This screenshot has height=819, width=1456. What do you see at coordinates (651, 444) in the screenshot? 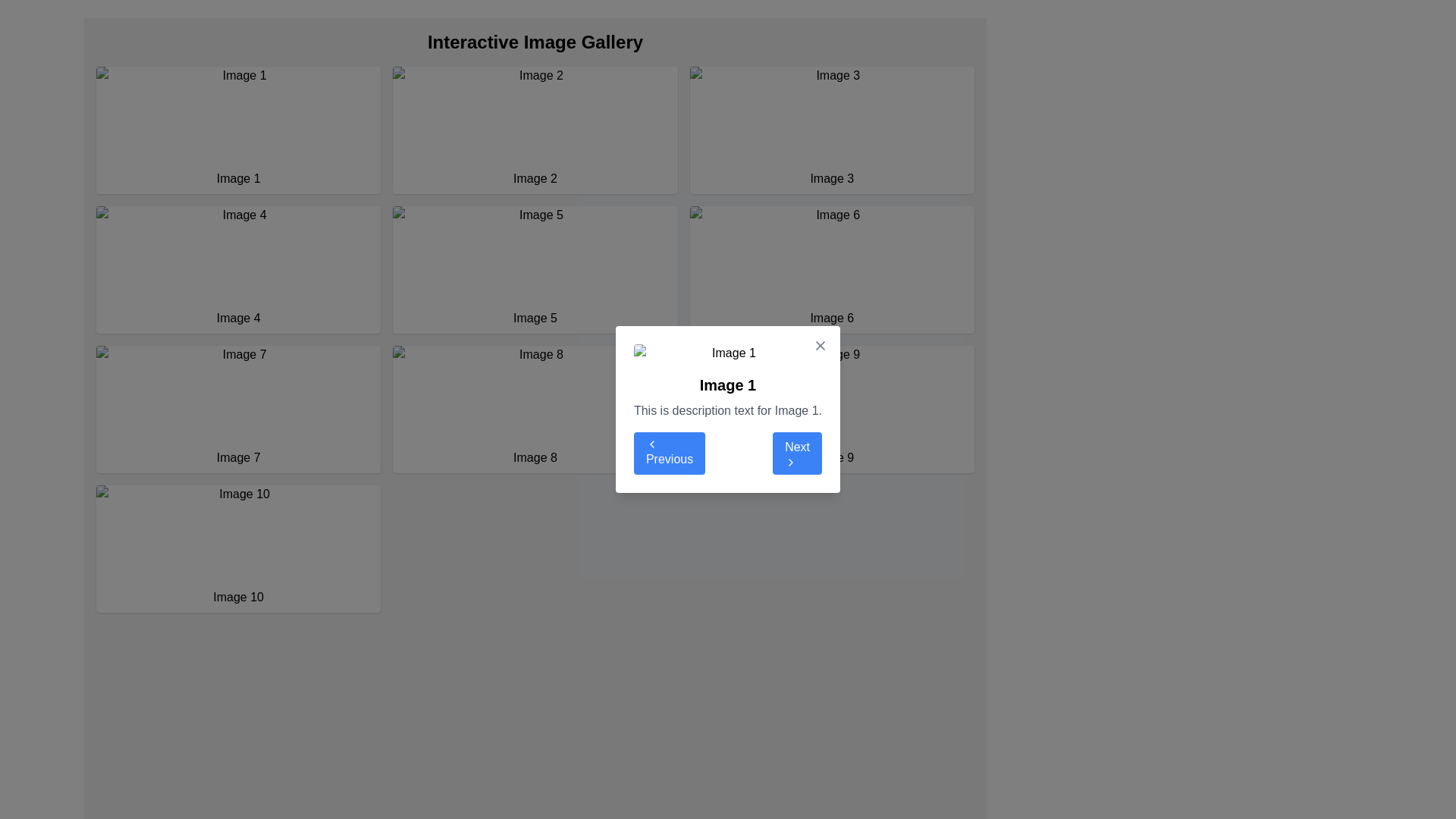
I see `the chevron icon within the 'Previous' button` at bounding box center [651, 444].